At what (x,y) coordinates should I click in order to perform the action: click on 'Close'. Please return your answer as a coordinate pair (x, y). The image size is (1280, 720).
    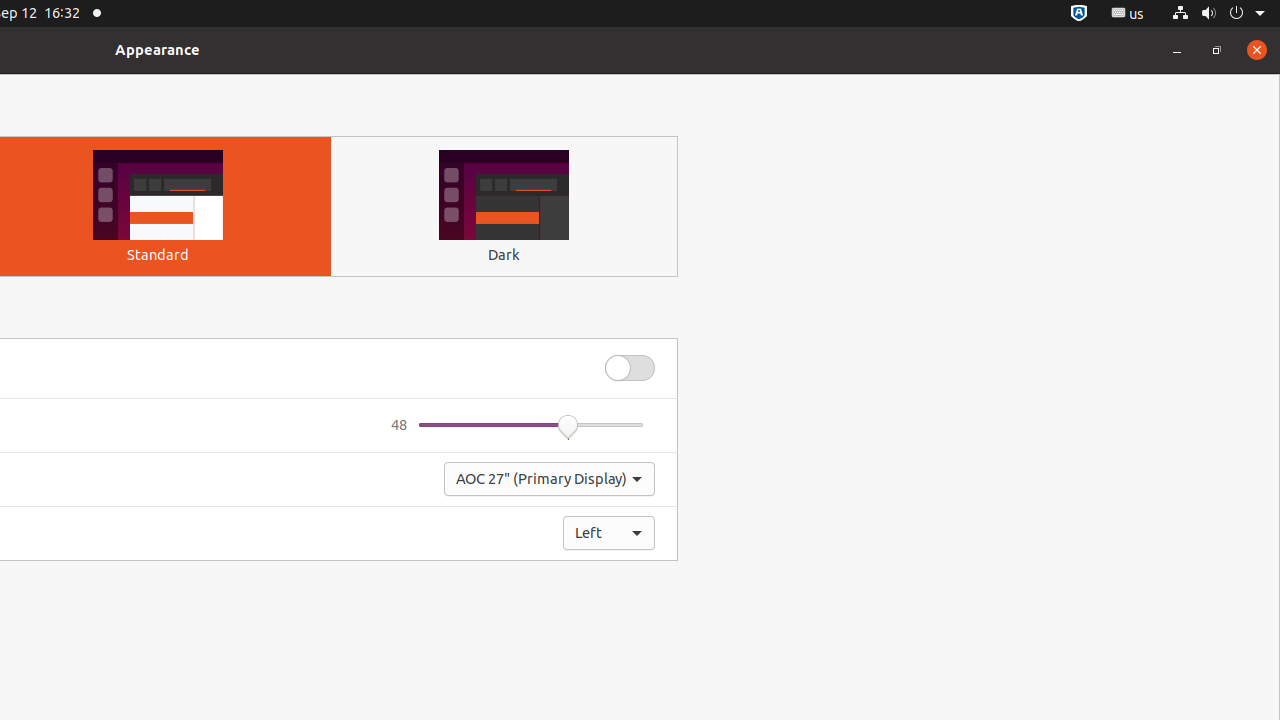
    Looking at the image, I should click on (1255, 48).